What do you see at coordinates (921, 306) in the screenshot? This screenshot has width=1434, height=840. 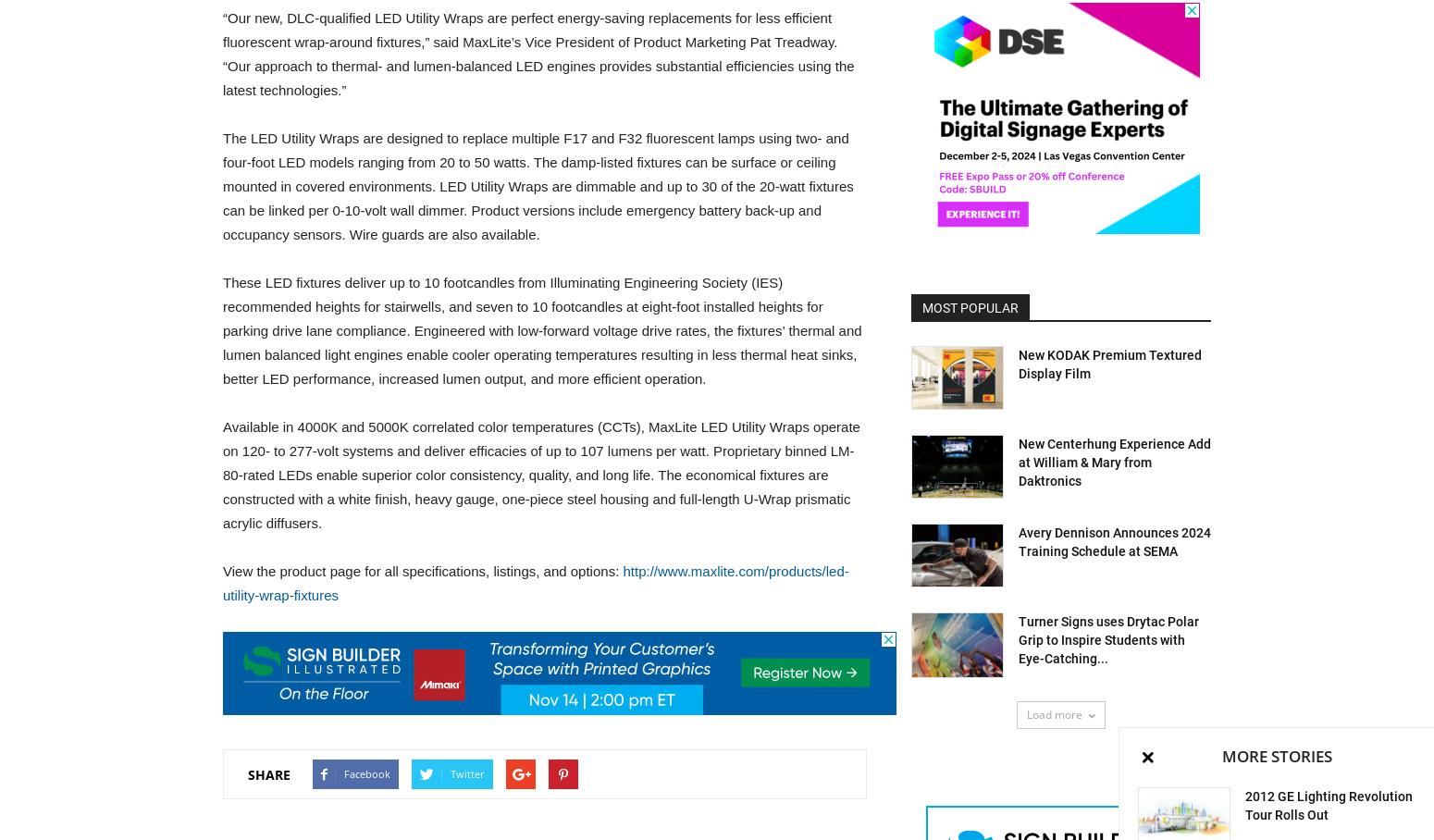 I see `'MOST POPULAR'` at bounding box center [921, 306].